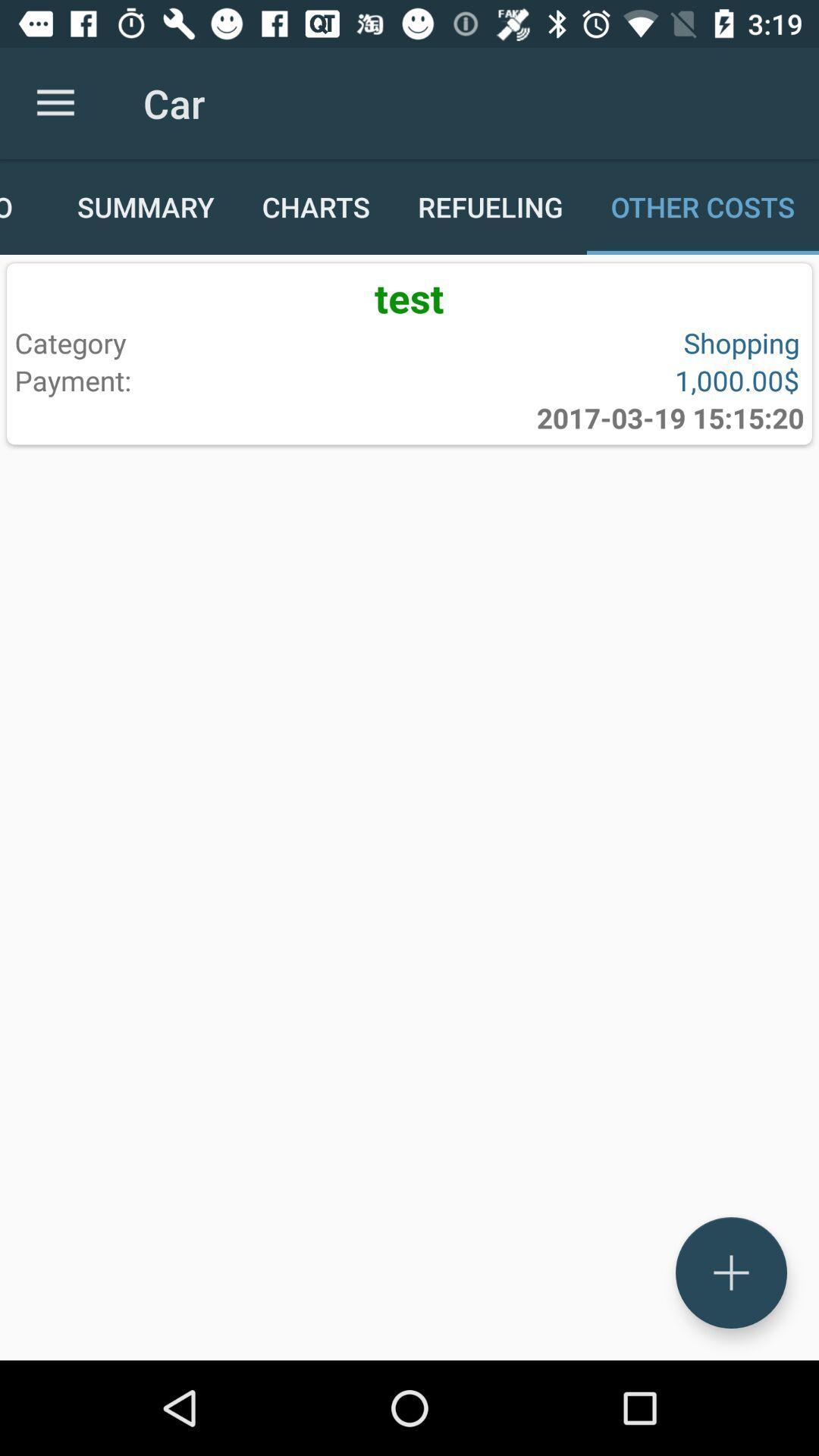 The width and height of the screenshot is (819, 1456). Describe the element at coordinates (601, 380) in the screenshot. I see `1,000.00$ icon` at that location.